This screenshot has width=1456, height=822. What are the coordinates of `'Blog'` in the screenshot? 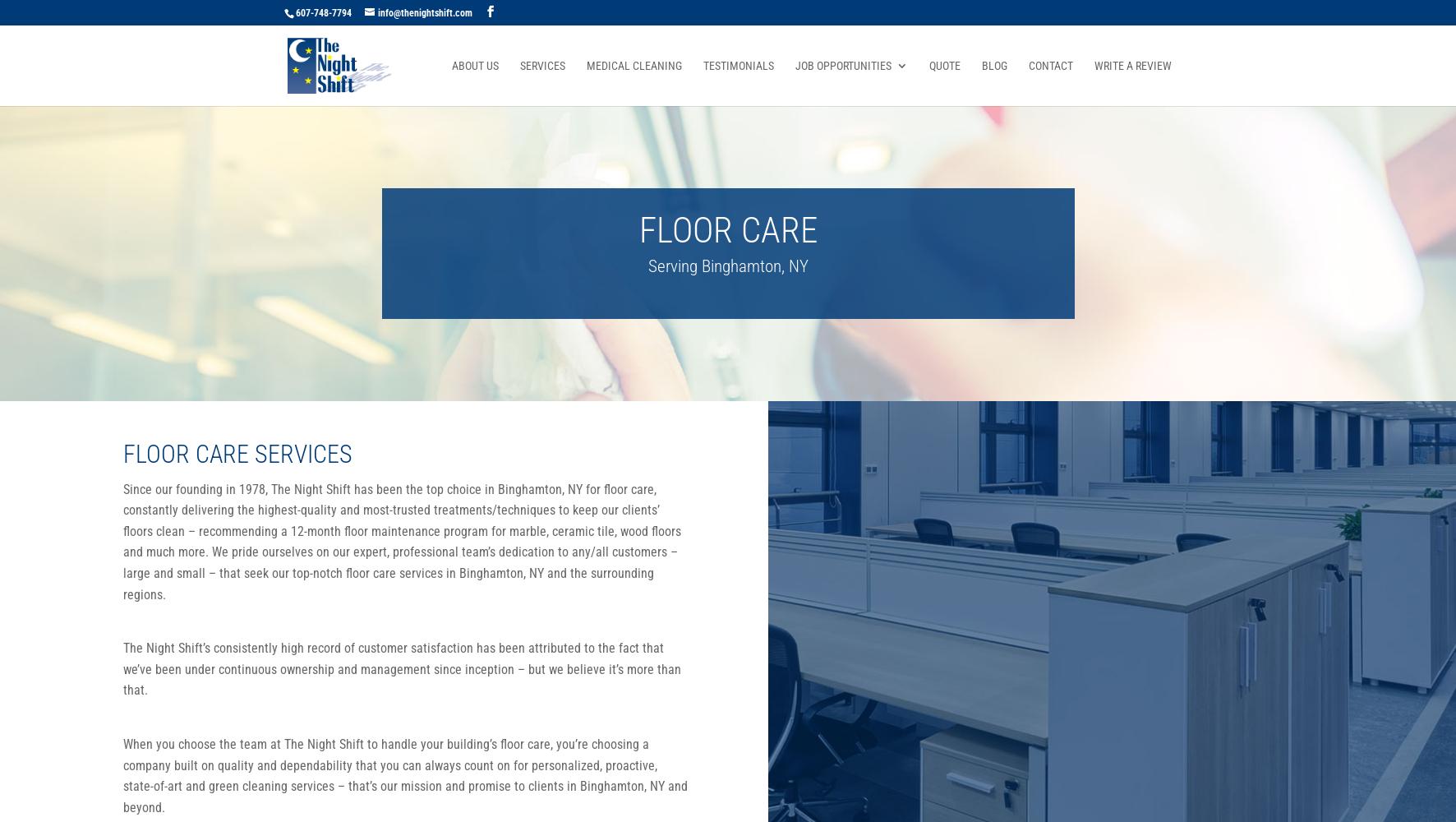 It's located at (993, 65).